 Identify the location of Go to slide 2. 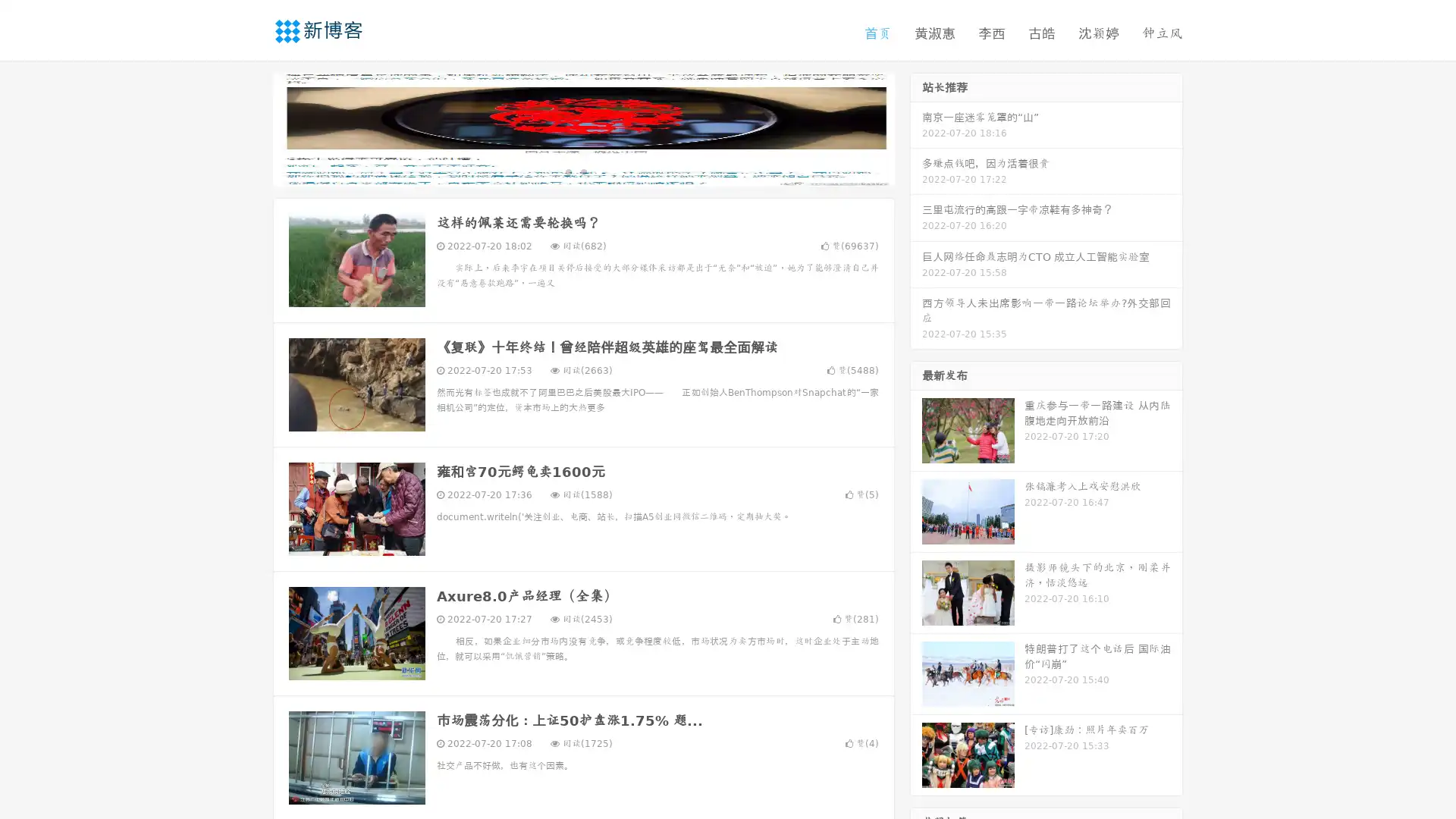
(582, 171).